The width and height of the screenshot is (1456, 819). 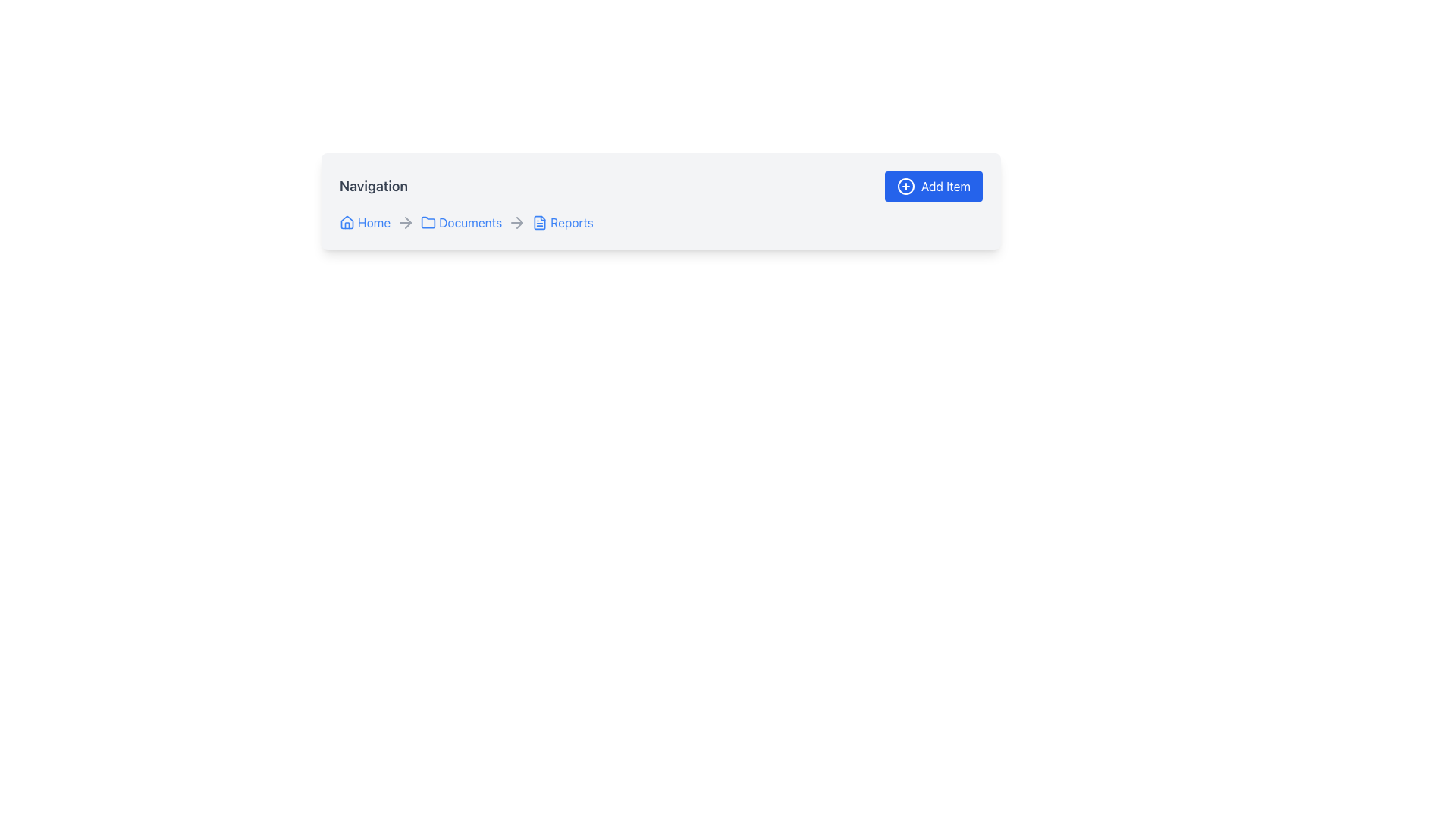 What do you see at coordinates (374, 186) in the screenshot?
I see `the 'Navigation' text label, which is a bold, larger font heading styled in dark gray, located at the top-left side of the interface, distinct from the 'Add Item' button and breadcrumb navigation links` at bounding box center [374, 186].